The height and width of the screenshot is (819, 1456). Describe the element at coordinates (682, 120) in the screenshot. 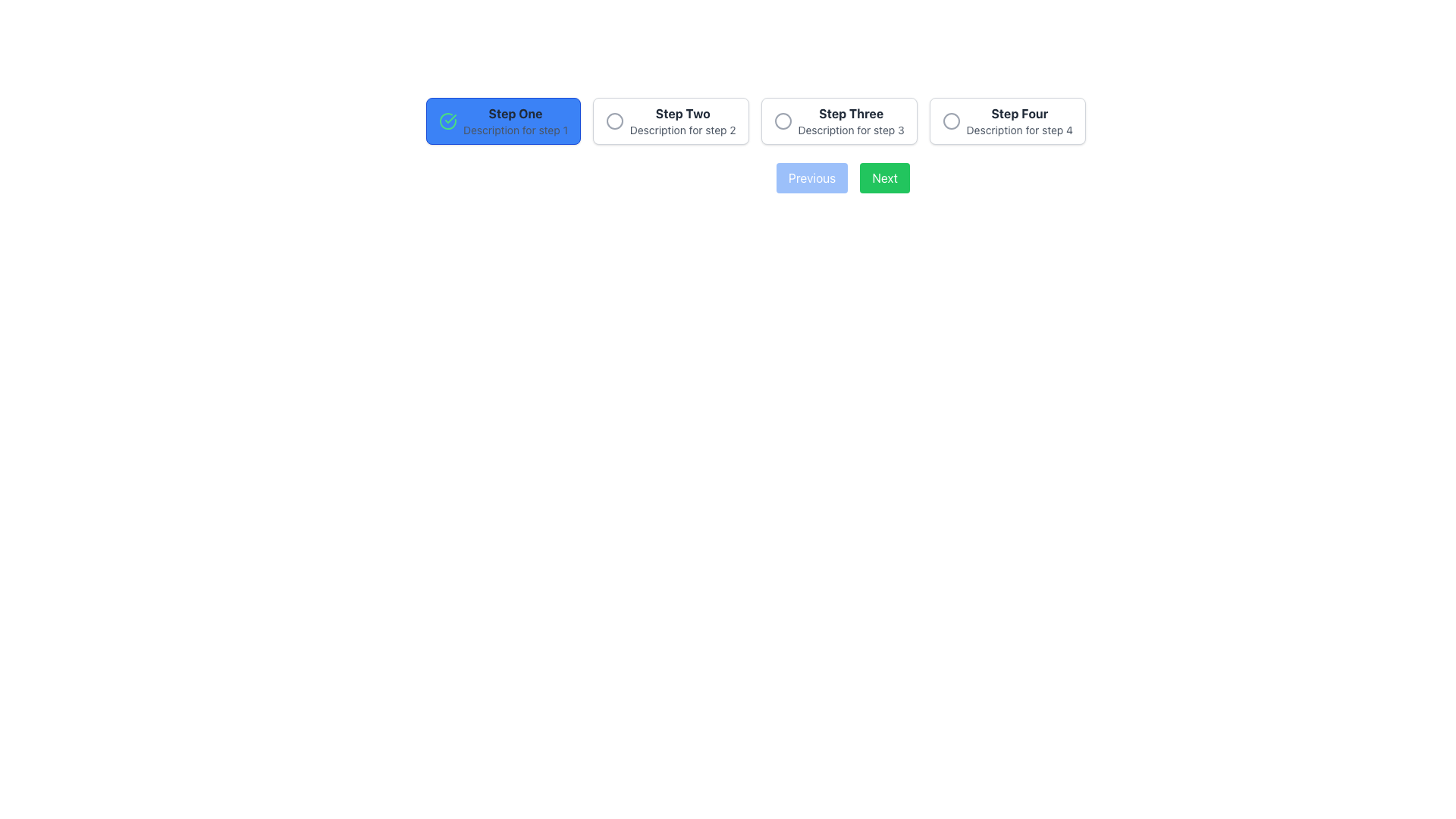

I see `the Label or Text Block that represents the second step in the multi-step navigation process, located to the immediate right of 'Step One'` at that location.